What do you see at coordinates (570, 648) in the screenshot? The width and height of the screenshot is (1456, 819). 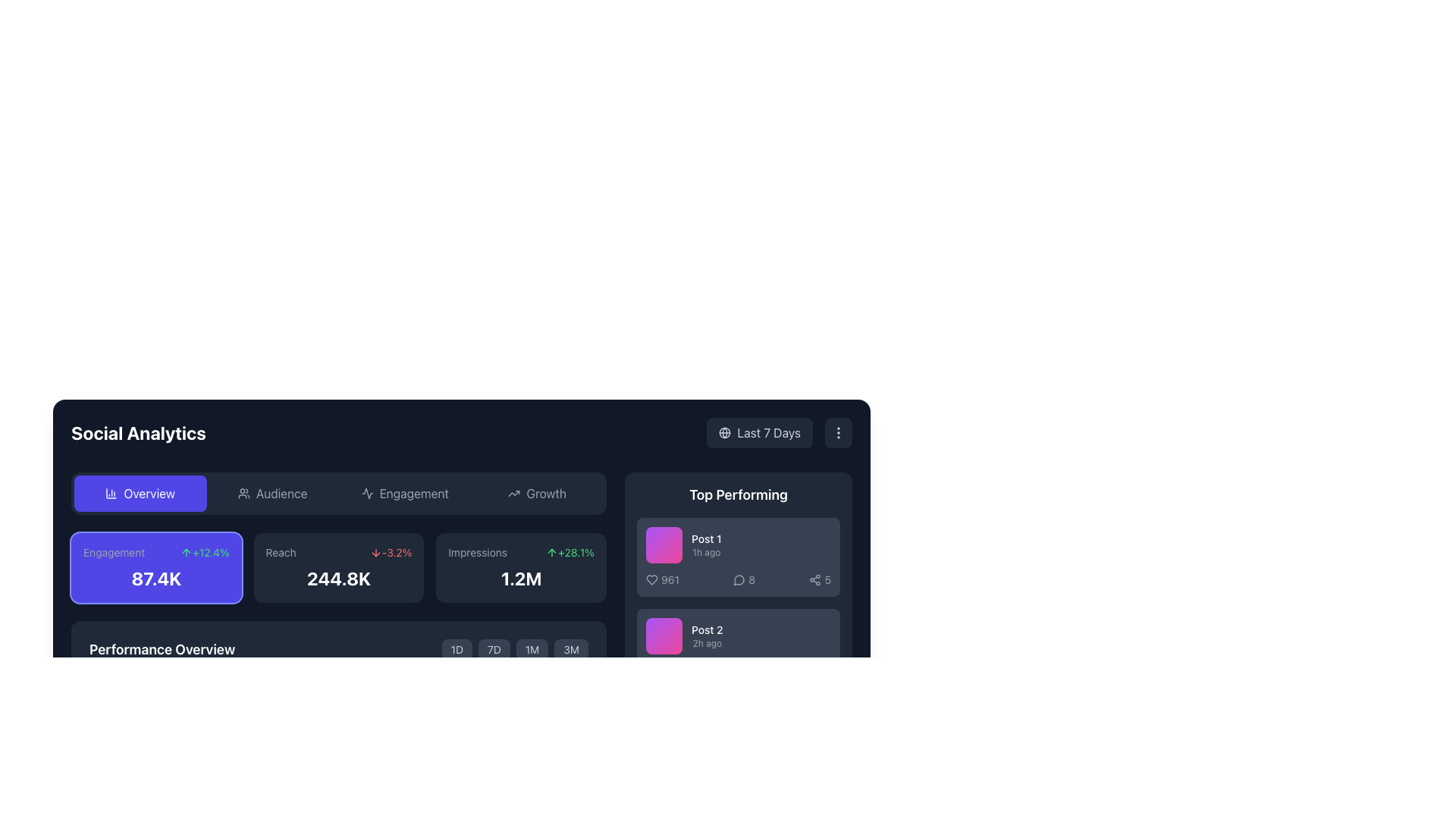 I see `the '3M' button, which is the last button in a horizontal list of four buttons for filtering data by a three-month period` at bounding box center [570, 648].